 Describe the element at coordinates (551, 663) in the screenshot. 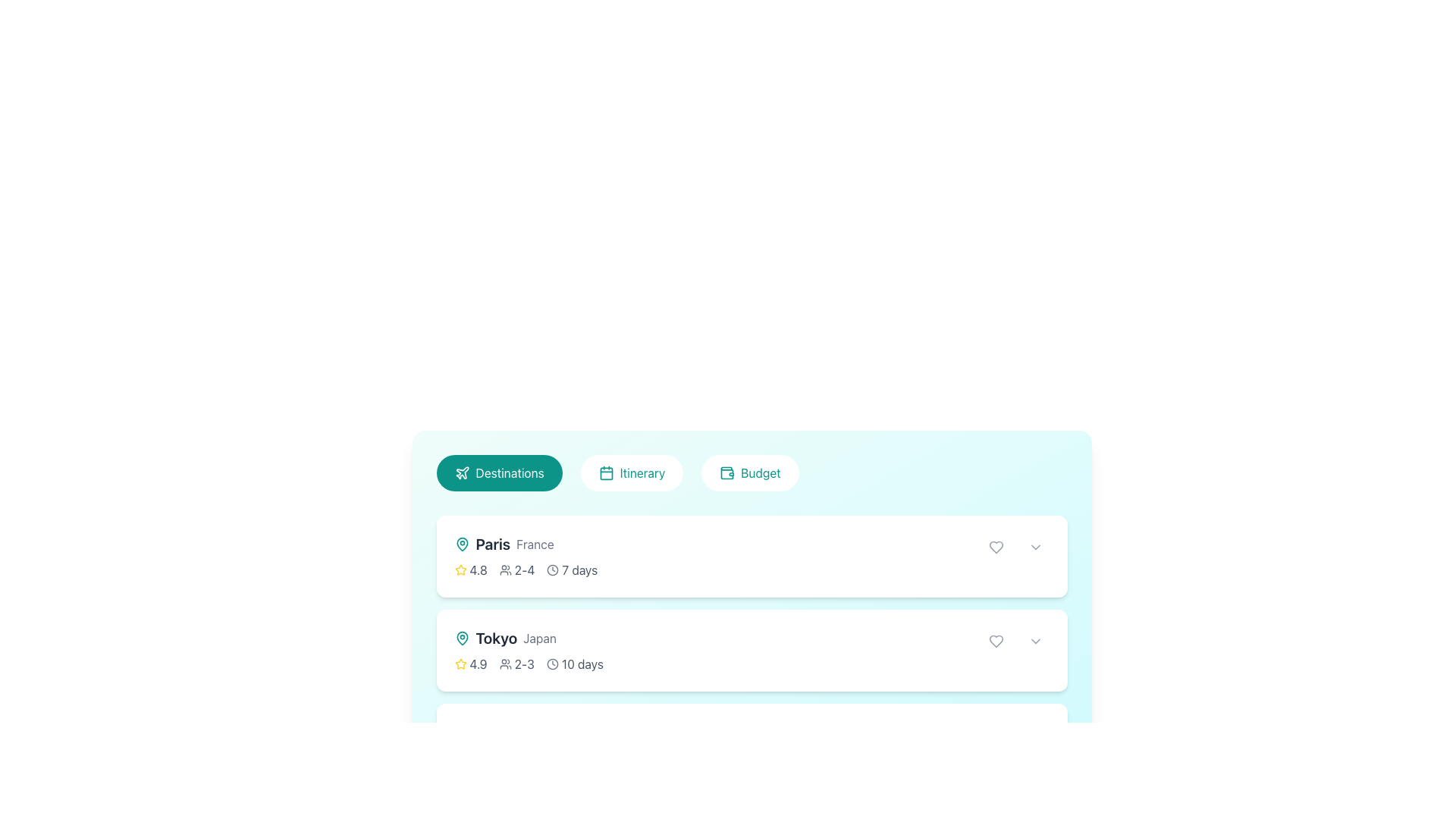

I see `the clock-like icon that indicates '10 days', positioned to the left of the text within the travel section for 'Tokyo, Japan'` at that location.